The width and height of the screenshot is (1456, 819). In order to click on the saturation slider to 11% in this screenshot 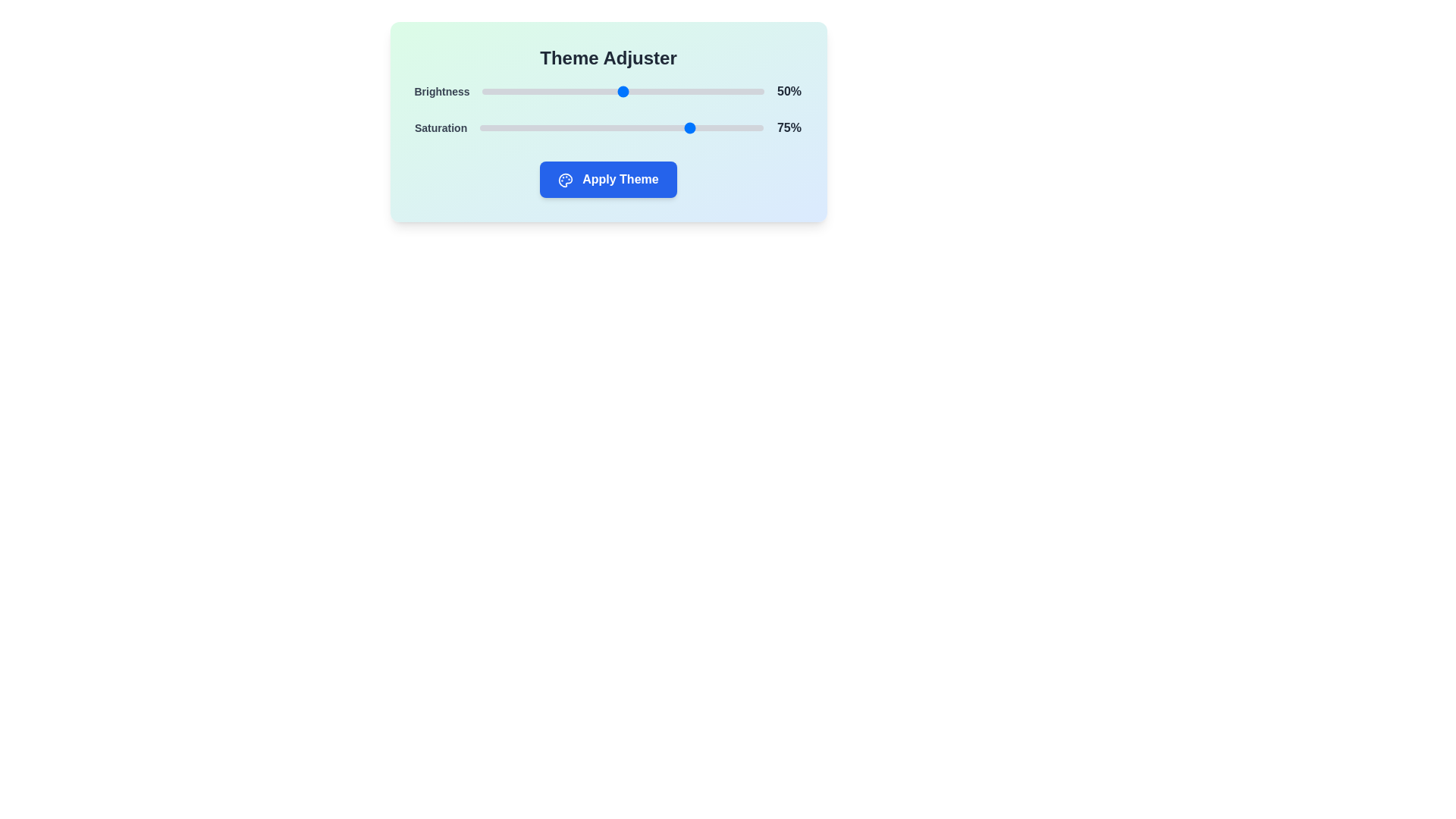, I will do `click(510, 127)`.